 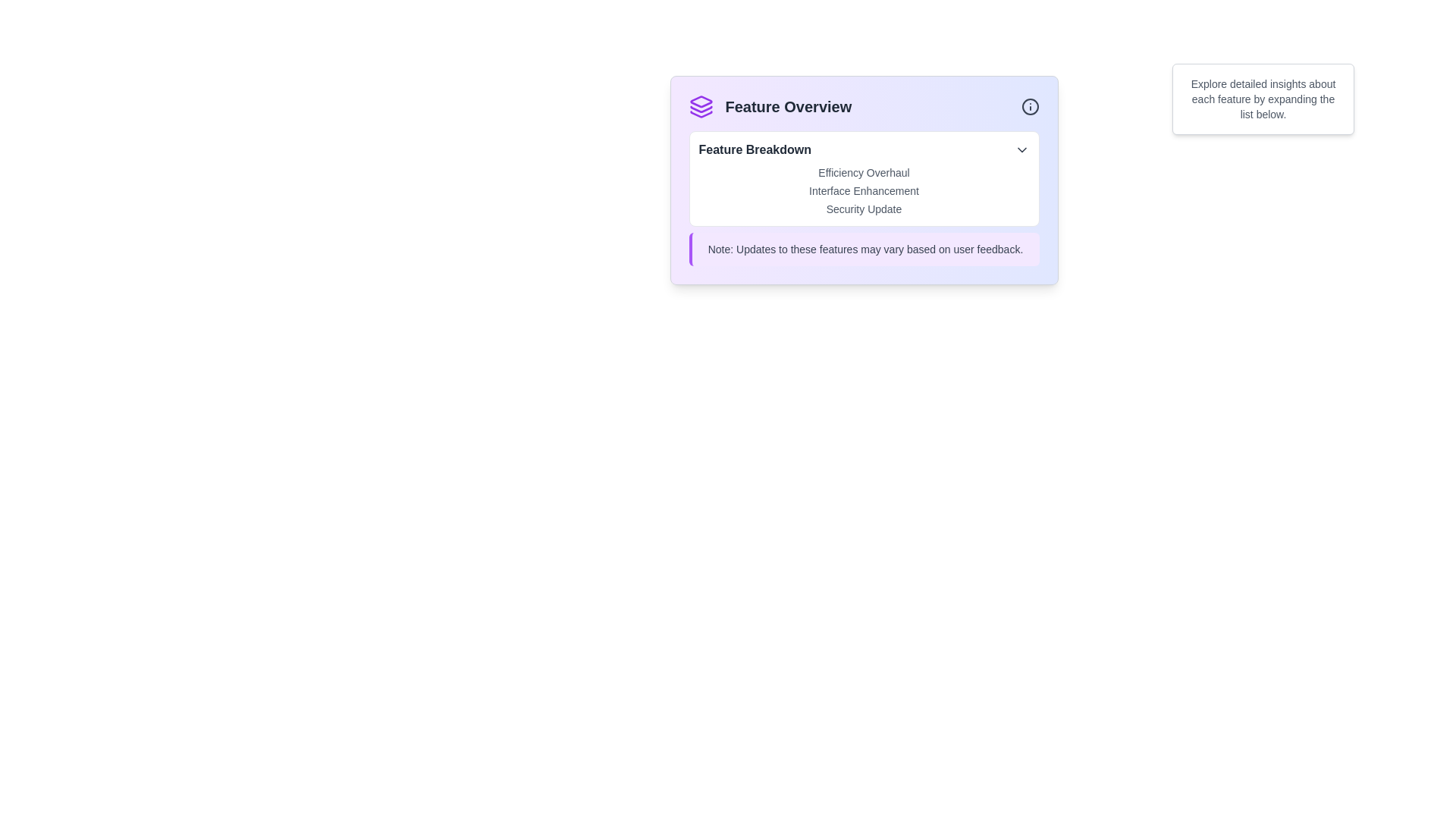 I want to click on text of the bold heading labeled 'Feature Overview' located on a light purple background, adjacent to a purple icon resembling stacked layers, so click(x=788, y=106).